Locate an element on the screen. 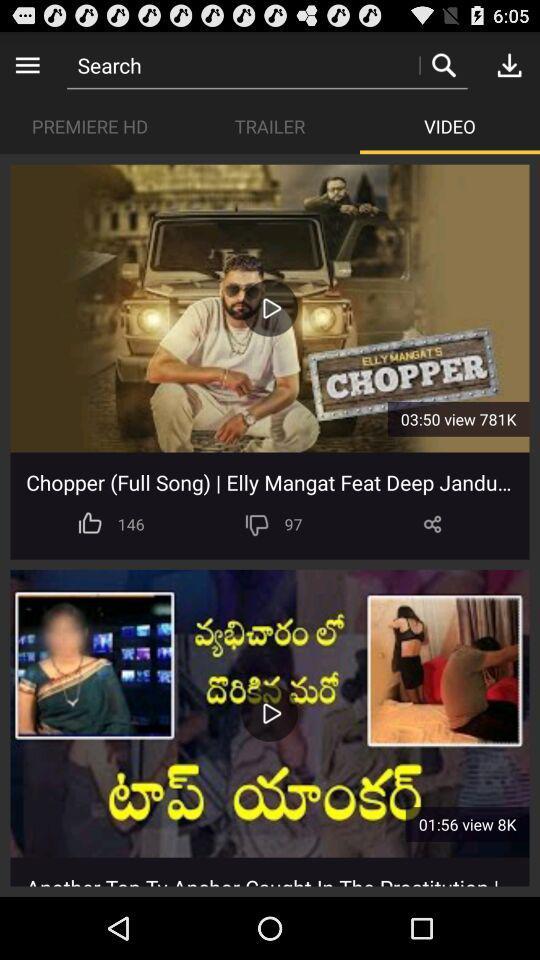  icon below chopper full song item is located at coordinates (257, 523).